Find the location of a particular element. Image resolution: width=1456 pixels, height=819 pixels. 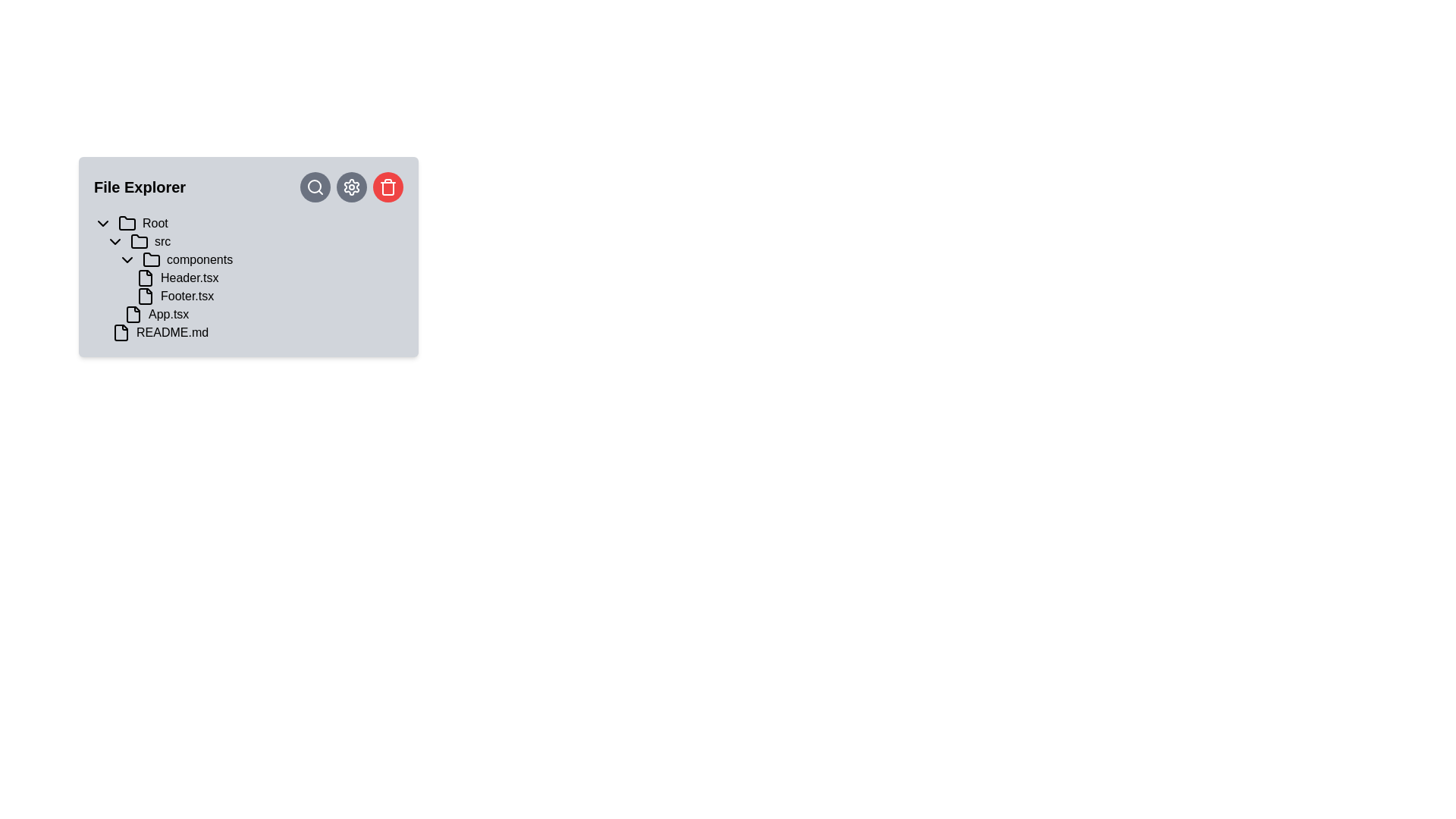

the folder icon representing the 'components' directory in the file explorer interface is located at coordinates (152, 259).